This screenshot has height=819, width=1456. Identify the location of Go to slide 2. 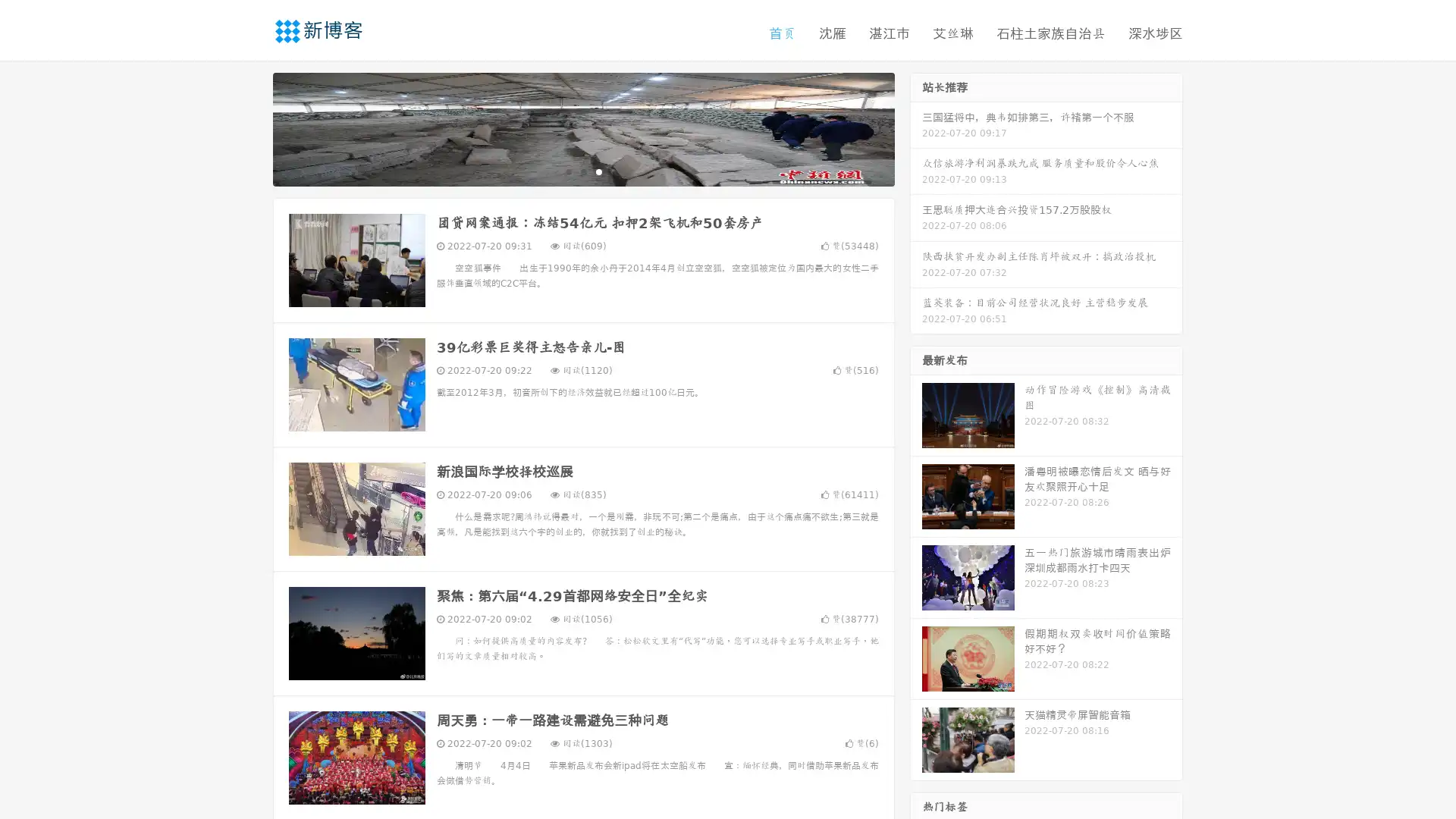
(582, 171).